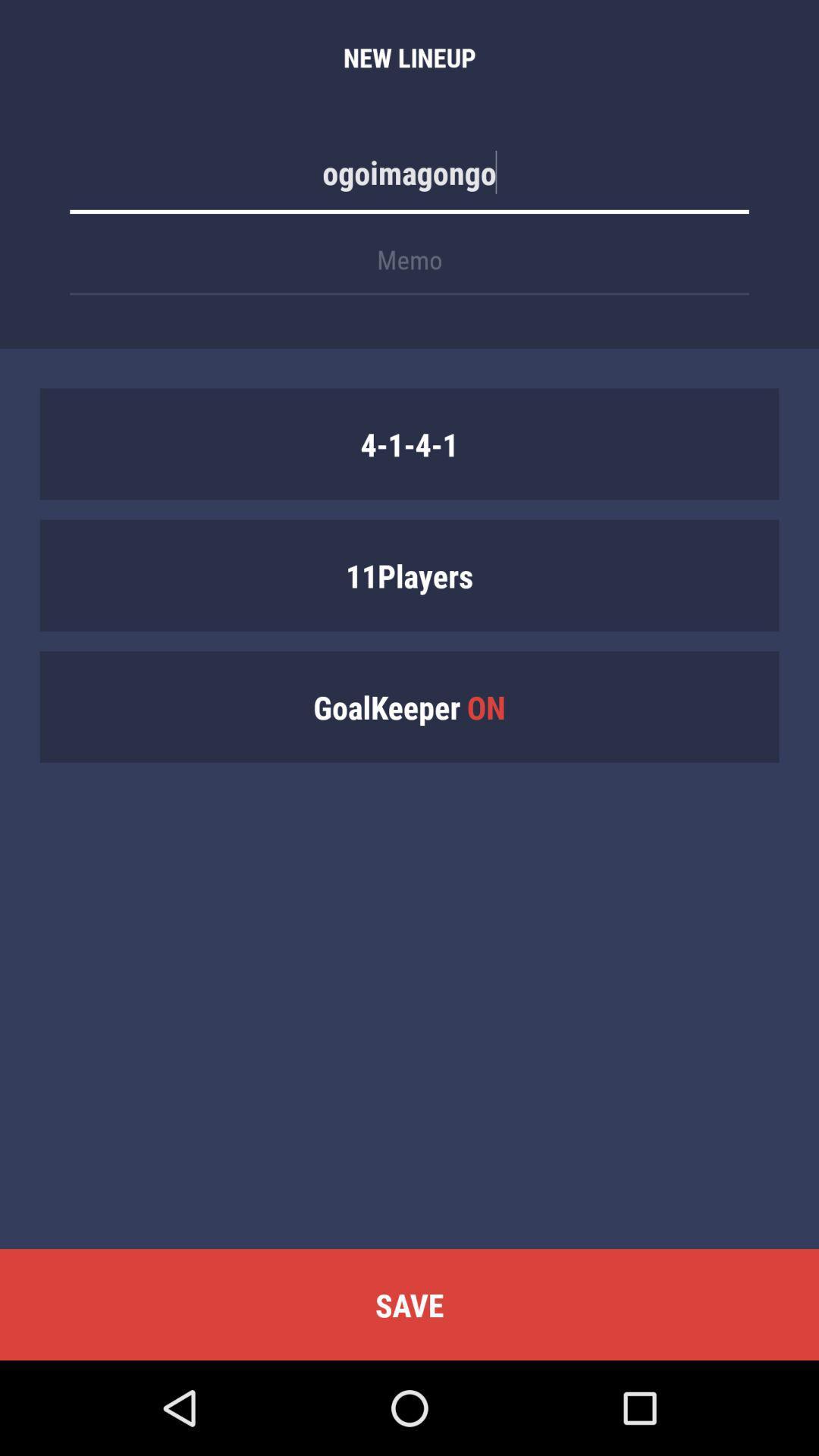  What do you see at coordinates (409, 574) in the screenshot?
I see `the 11players` at bounding box center [409, 574].